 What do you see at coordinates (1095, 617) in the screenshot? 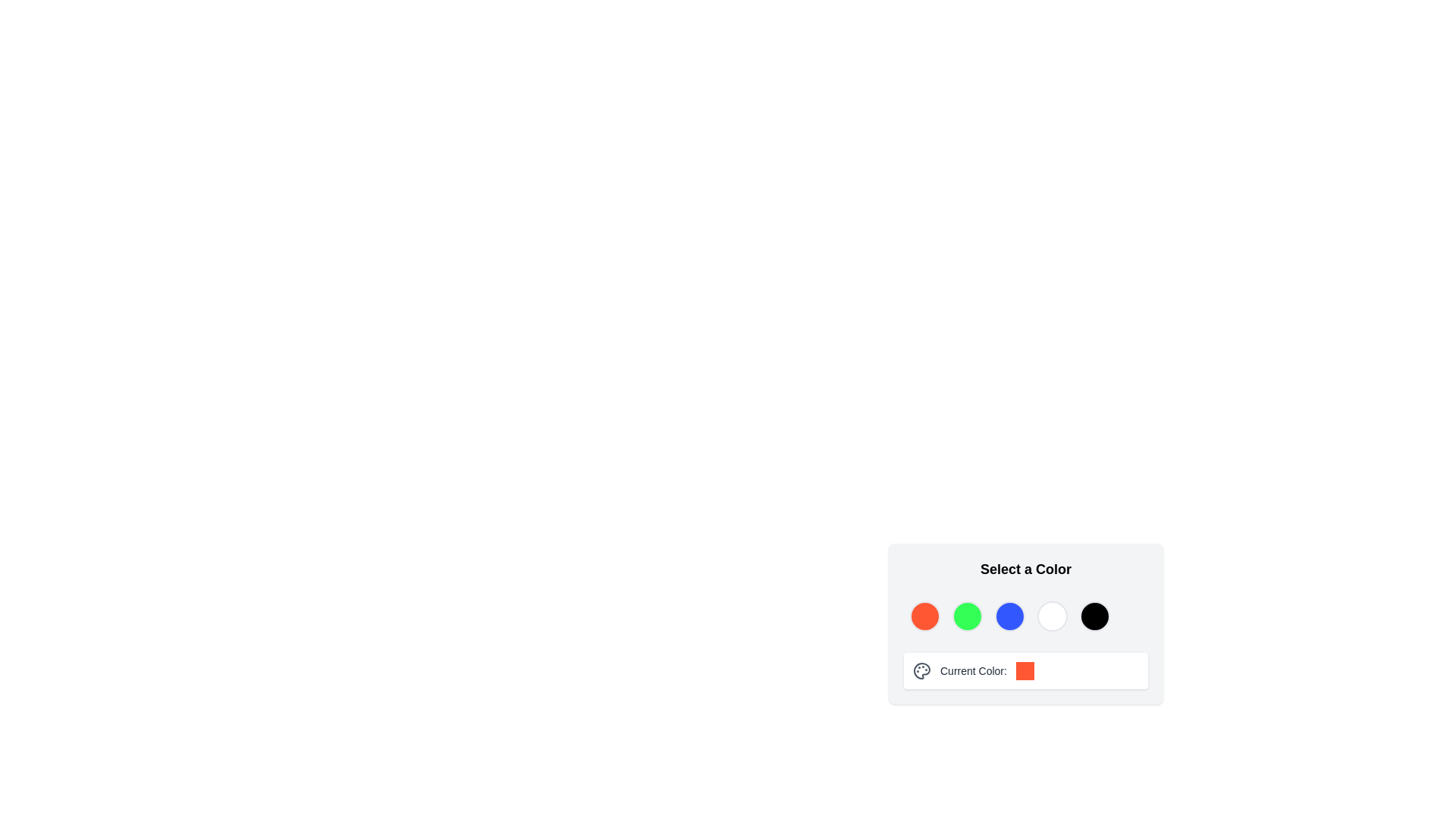
I see `the circular Color selection button with a solid black background located in the dropdown under 'Select a Color'` at bounding box center [1095, 617].